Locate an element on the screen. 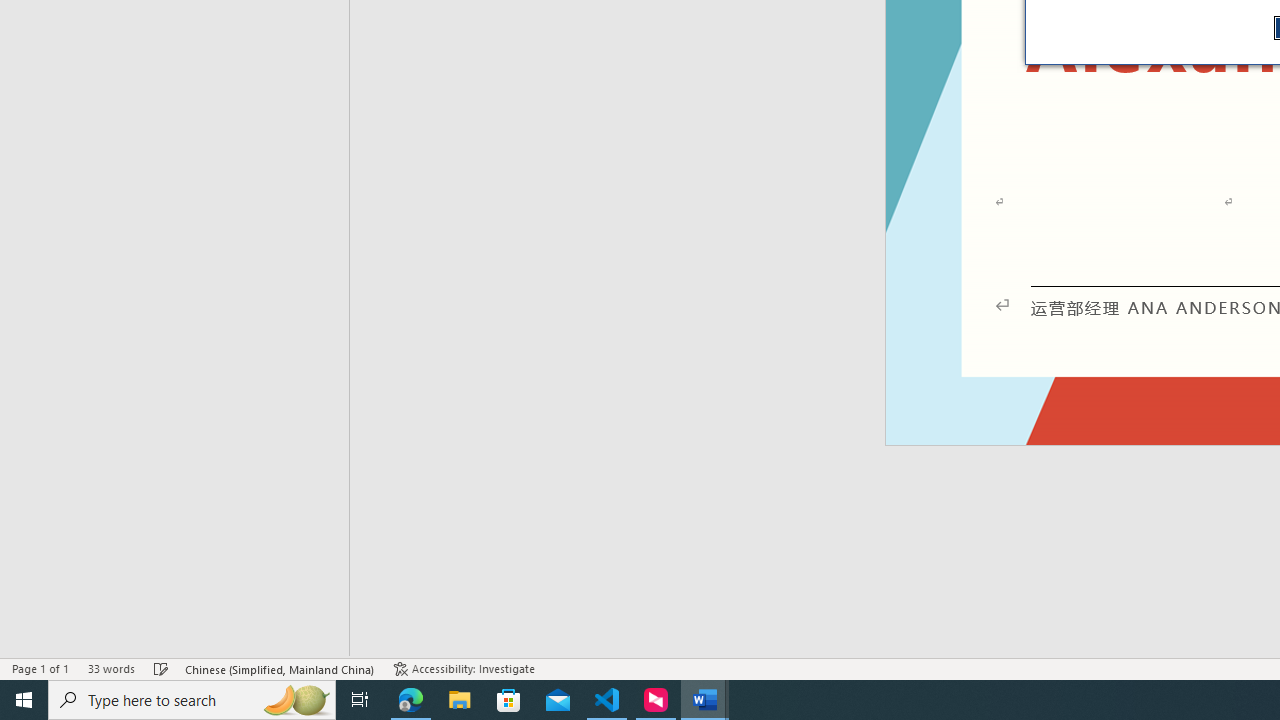 The width and height of the screenshot is (1280, 720). 'Start' is located at coordinates (24, 698).